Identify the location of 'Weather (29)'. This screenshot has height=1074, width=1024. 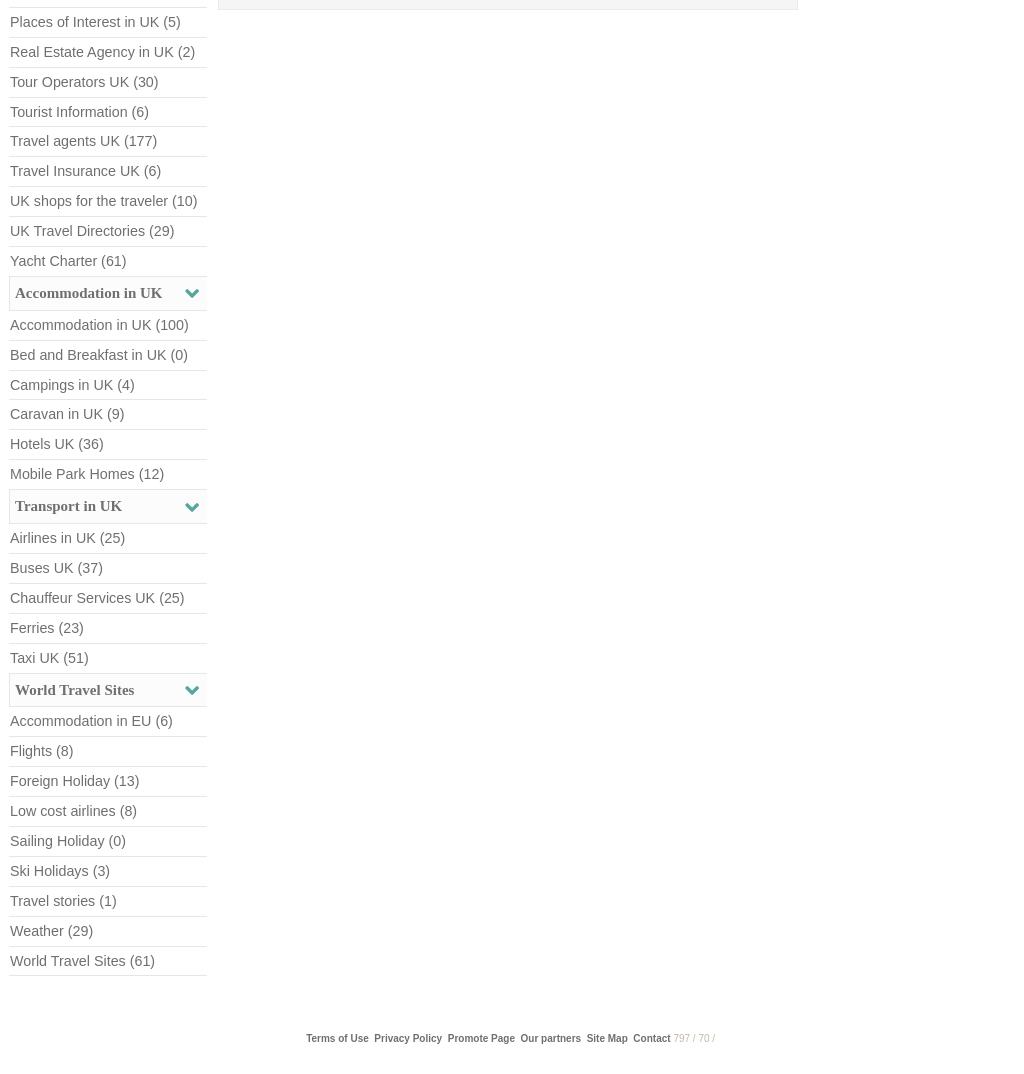
(50, 929).